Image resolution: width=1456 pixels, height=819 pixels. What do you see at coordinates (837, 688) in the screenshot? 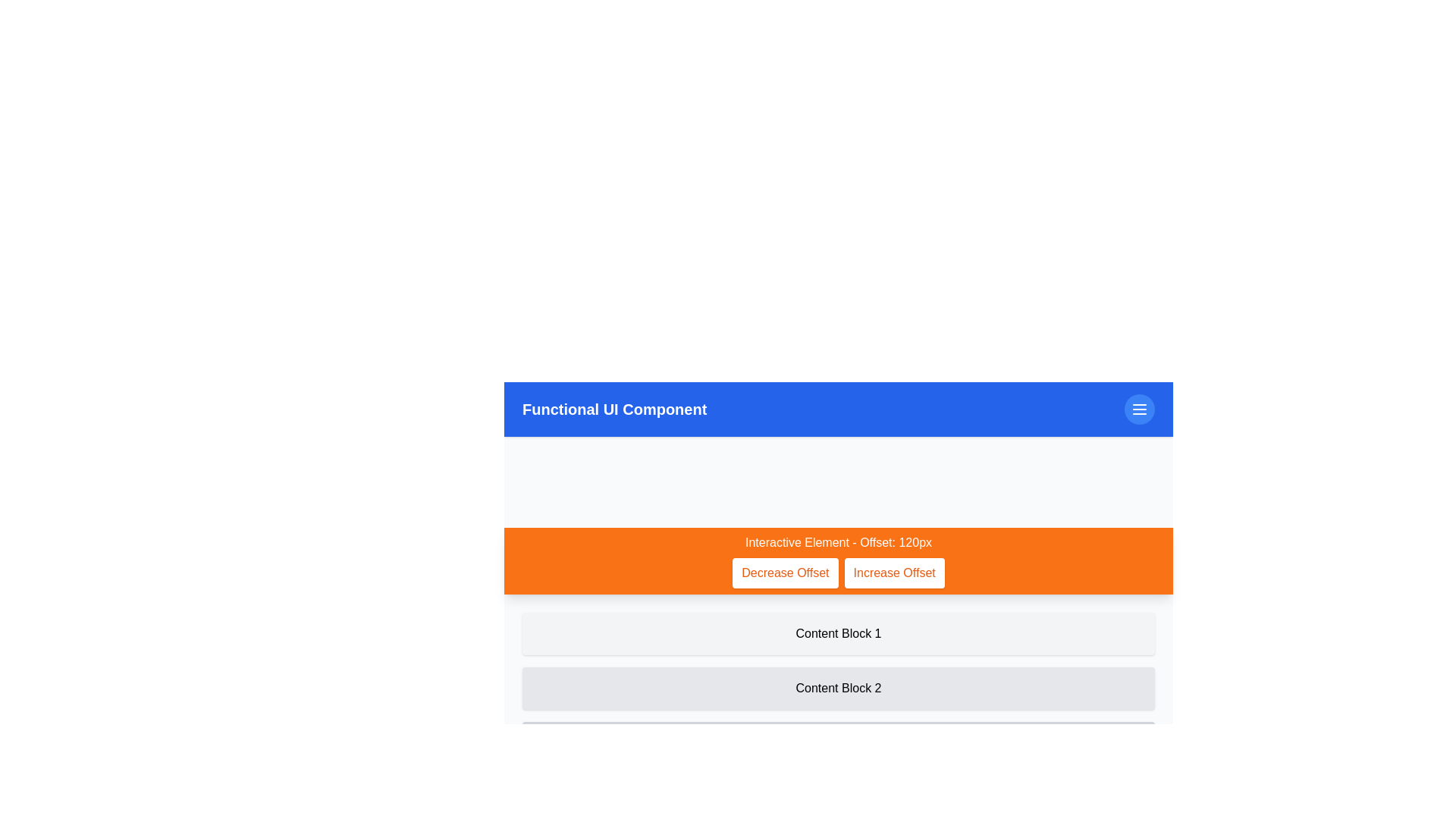
I see `to select or interact with the second content block labeled 'Content Block 2', which is centrally positioned below the orange interactive element in a vertical stack` at bounding box center [837, 688].